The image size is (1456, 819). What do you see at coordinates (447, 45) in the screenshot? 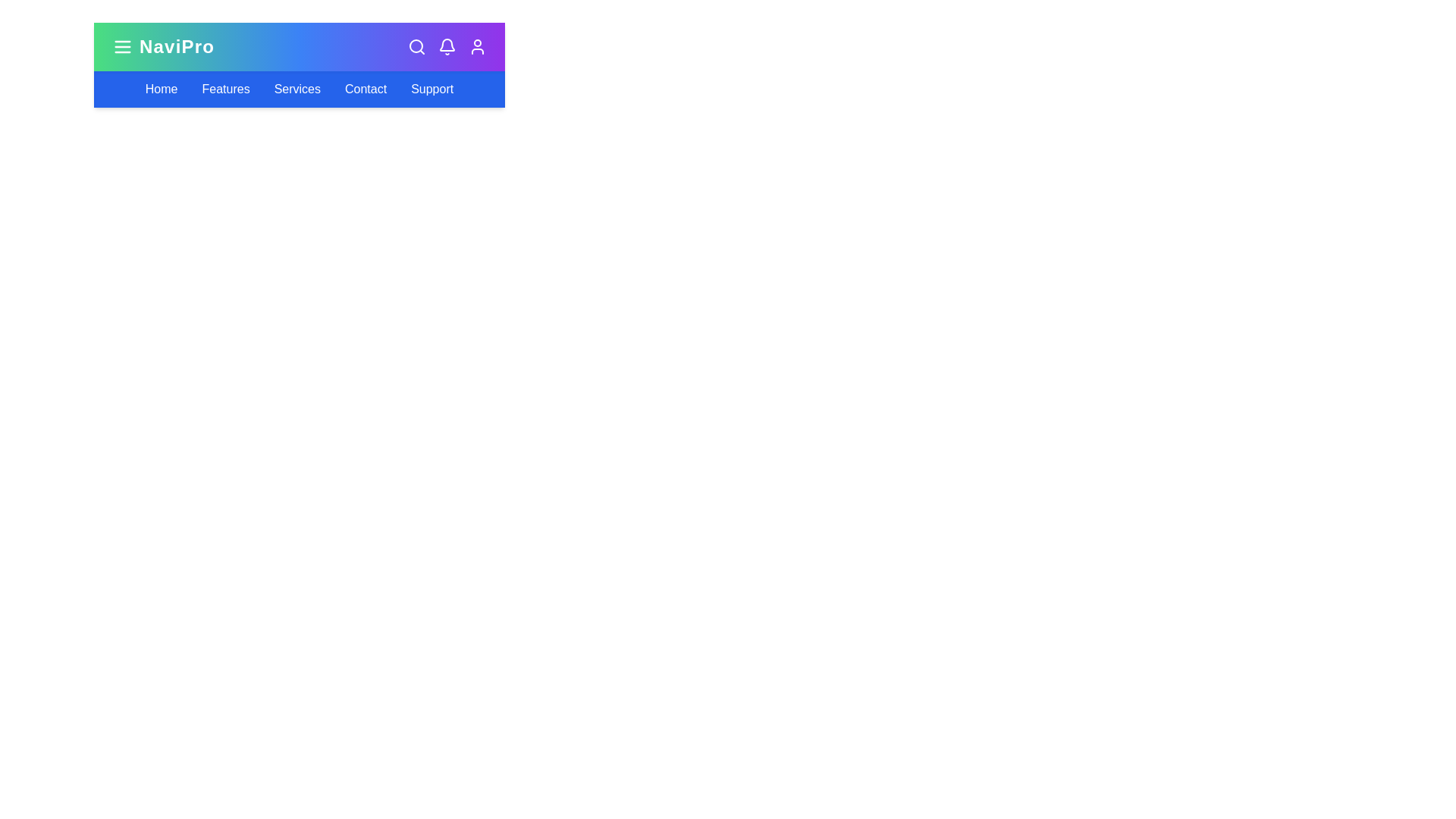
I see `the notification icon to view notifications` at bounding box center [447, 45].